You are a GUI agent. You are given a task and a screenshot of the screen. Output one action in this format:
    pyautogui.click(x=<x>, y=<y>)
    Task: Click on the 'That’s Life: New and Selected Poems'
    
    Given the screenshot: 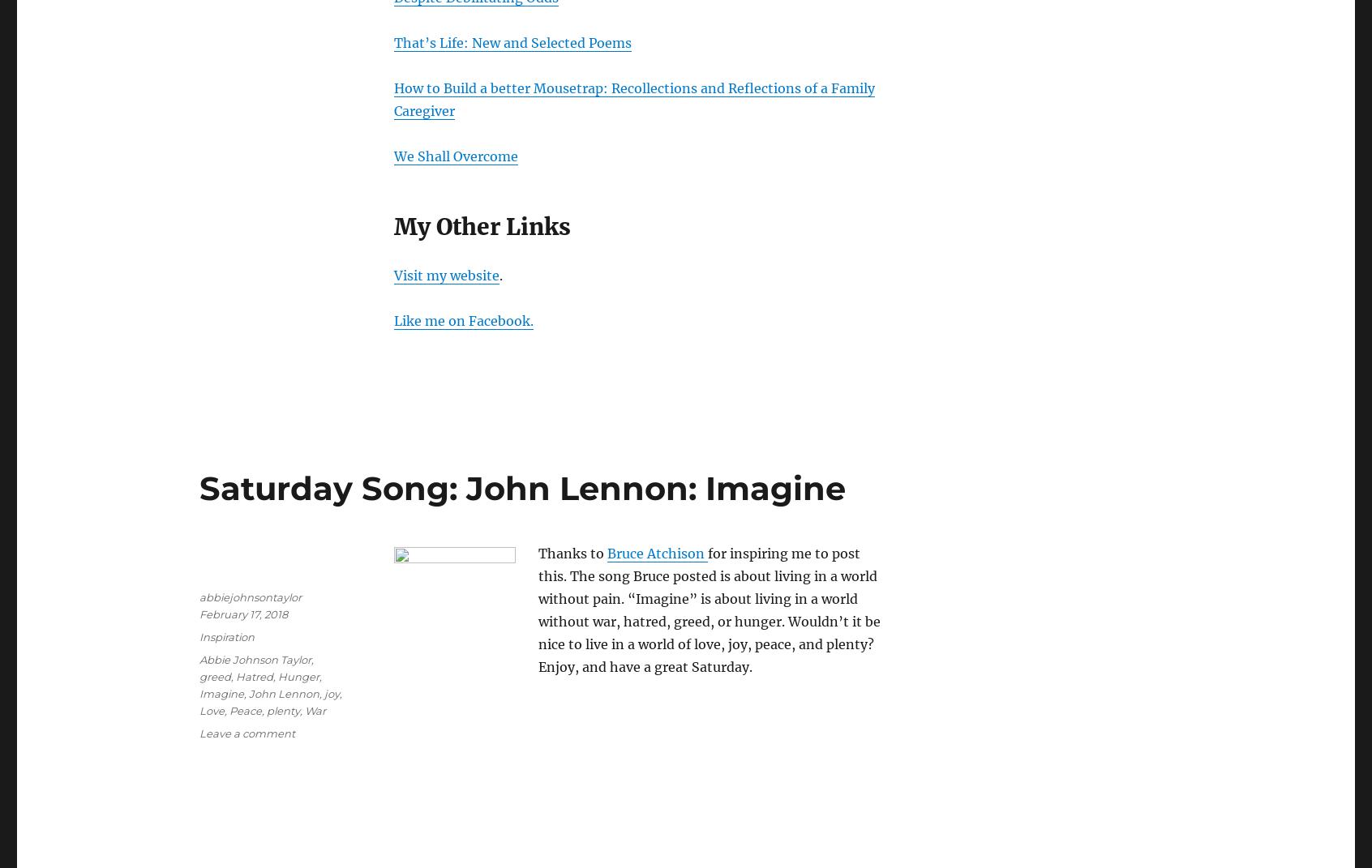 What is the action you would take?
    pyautogui.click(x=512, y=41)
    